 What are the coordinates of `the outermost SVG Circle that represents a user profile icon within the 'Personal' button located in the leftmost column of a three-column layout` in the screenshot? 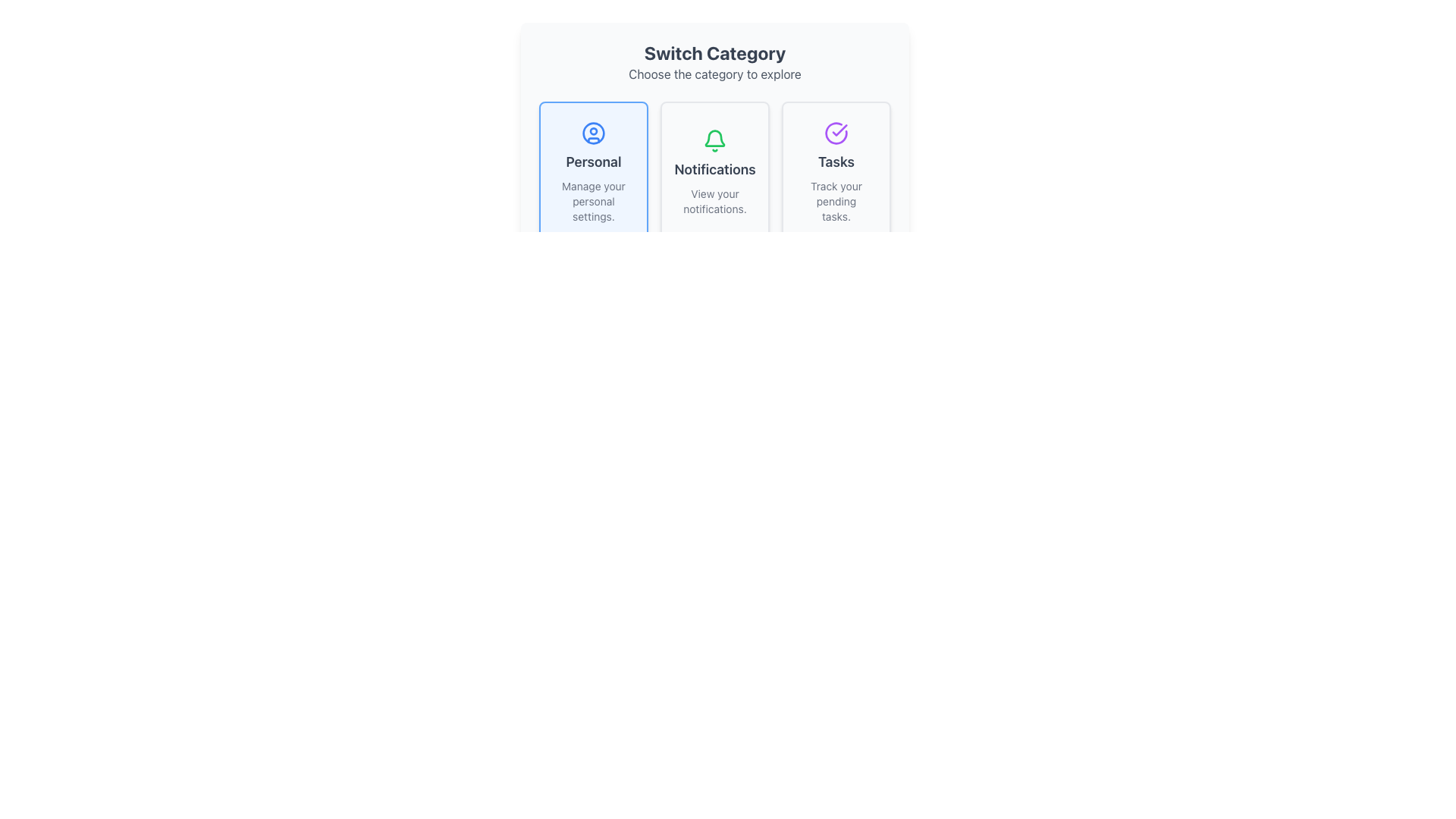 It's located at (592, 133).